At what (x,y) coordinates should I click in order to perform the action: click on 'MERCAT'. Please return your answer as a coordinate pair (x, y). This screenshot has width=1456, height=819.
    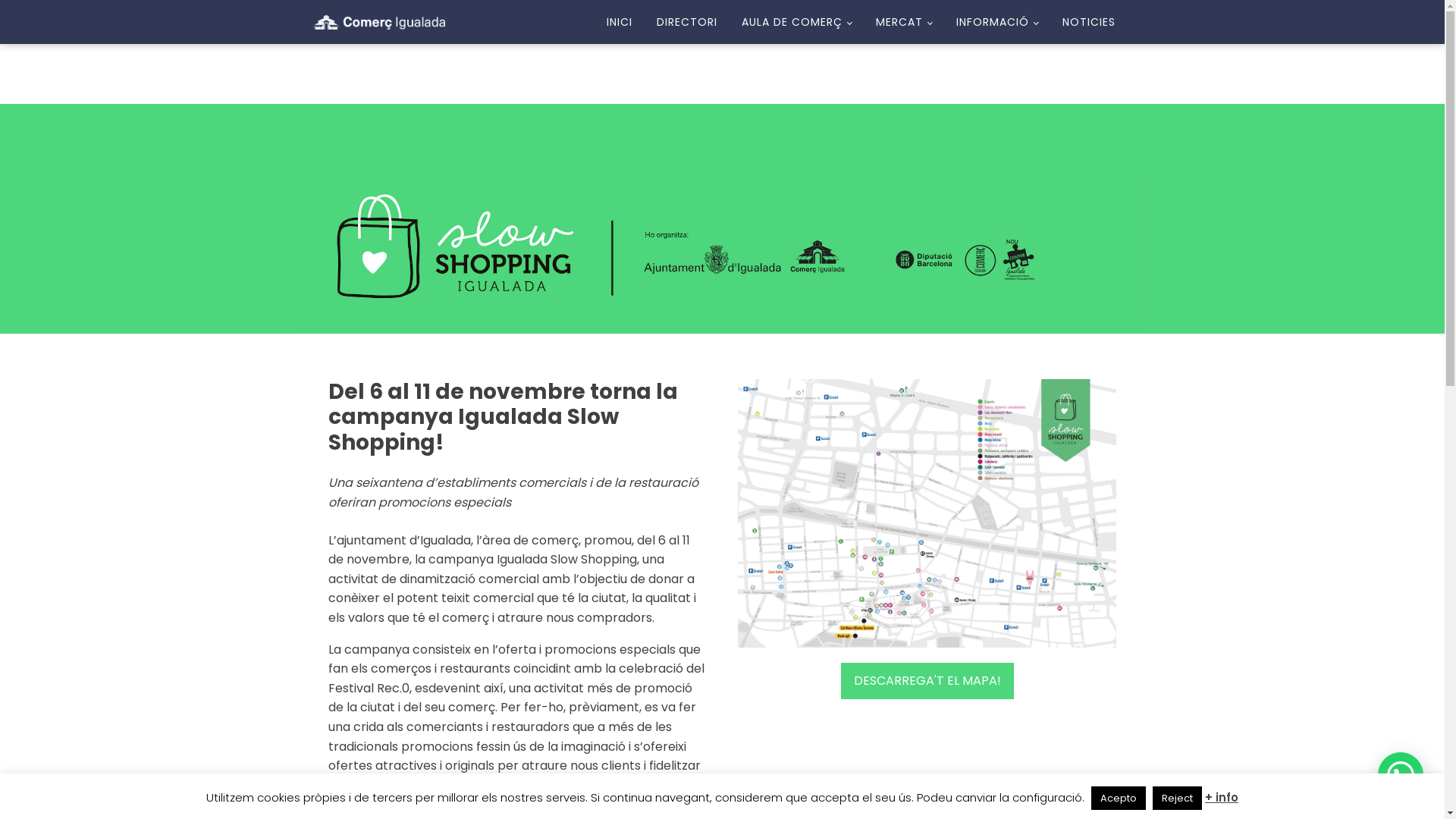
    Looking at the image, I should click on (863, 22).